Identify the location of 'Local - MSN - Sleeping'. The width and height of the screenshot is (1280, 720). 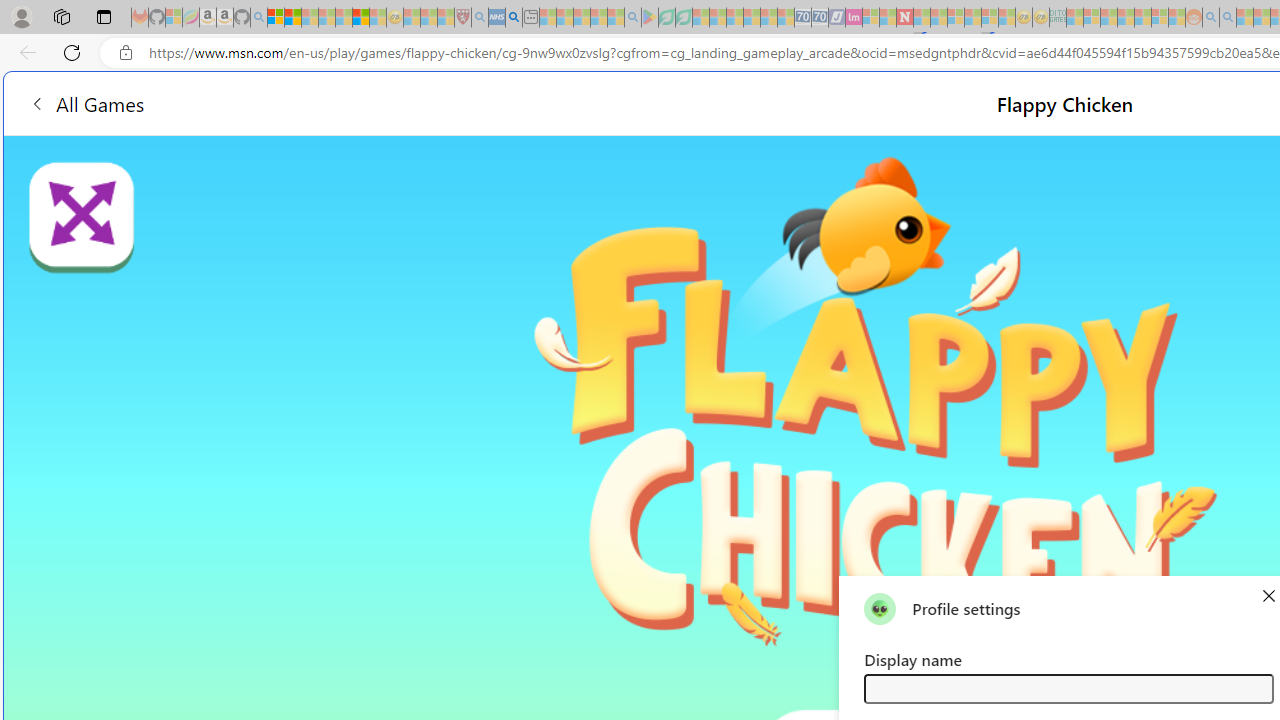
(445, 17).